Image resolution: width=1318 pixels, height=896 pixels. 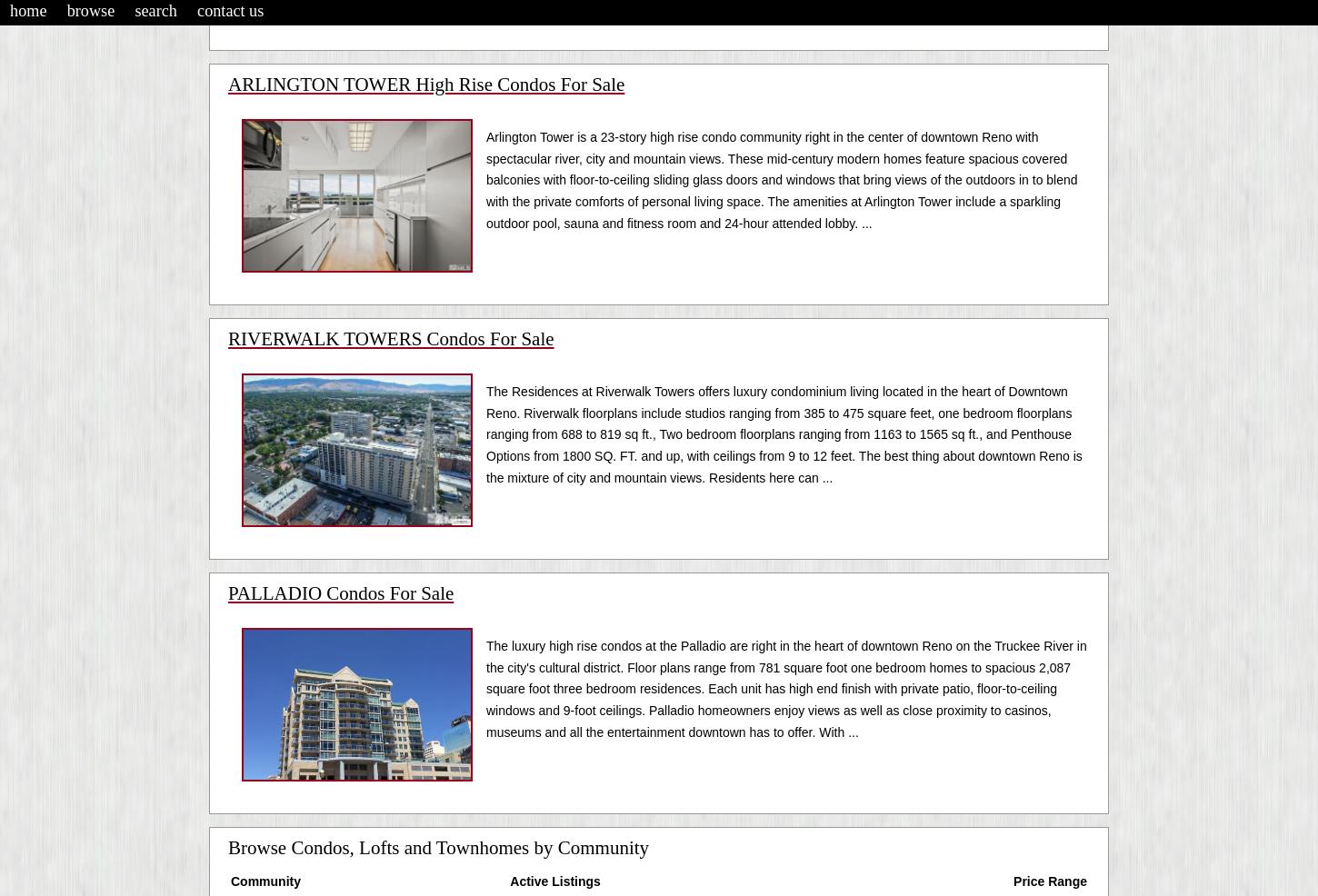 I want to click on 'Arlington Tower is a 23-story high rise condo community right in the center of downtown Reno with spectacular river, city and mountain views. These mid-century modern homes feature spacious covered balconies with floor-to-ceiling sliding glass doors and windows that bring views of the outdoors in to blend with the private comforts of personal living space. 

The amenities at Arlington Tower include a sparkling outdoor pool, sauna and fitness room and 24-hour attended lobby. ...', so click(x=780, y=178).